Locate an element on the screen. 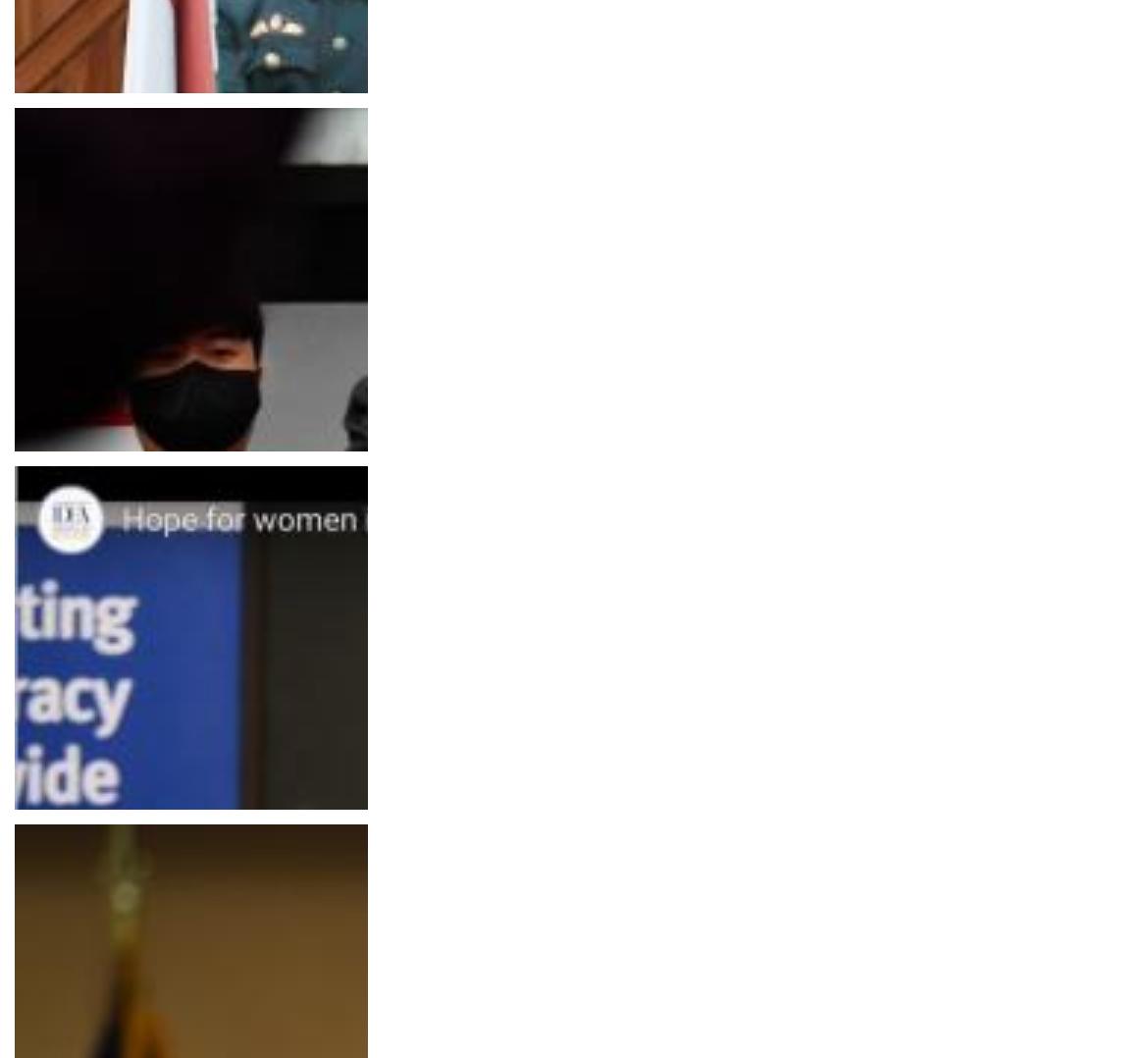  'CBC' is located at coordinates (33, 151).